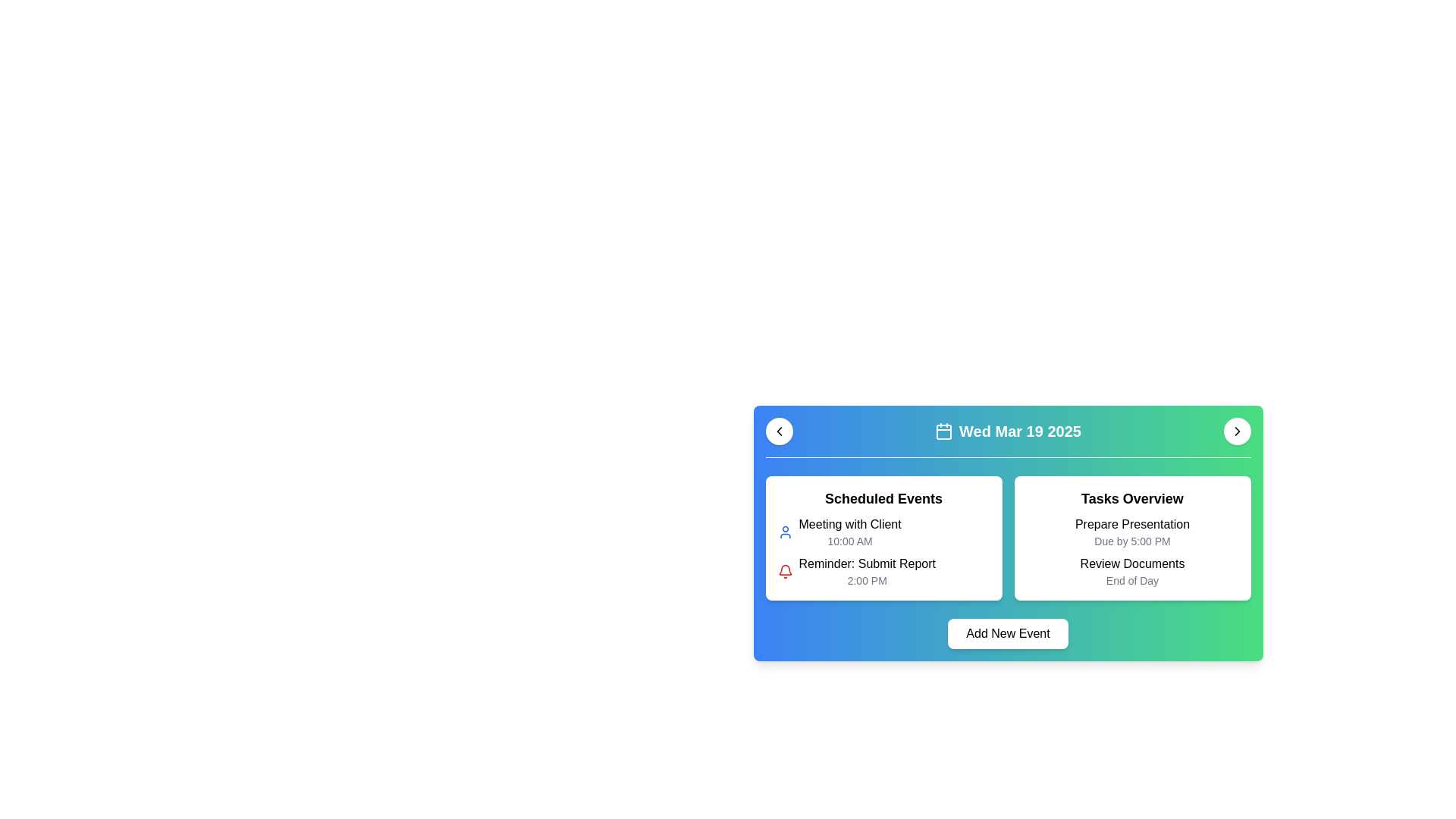 The width and height of the screenshot is (1456, 819). I want to click on the user icon represented in outline style, colored blue, located to the left of the text 'Meeting with Client' in the 'Scheduled Events' card, so click(785, 532).